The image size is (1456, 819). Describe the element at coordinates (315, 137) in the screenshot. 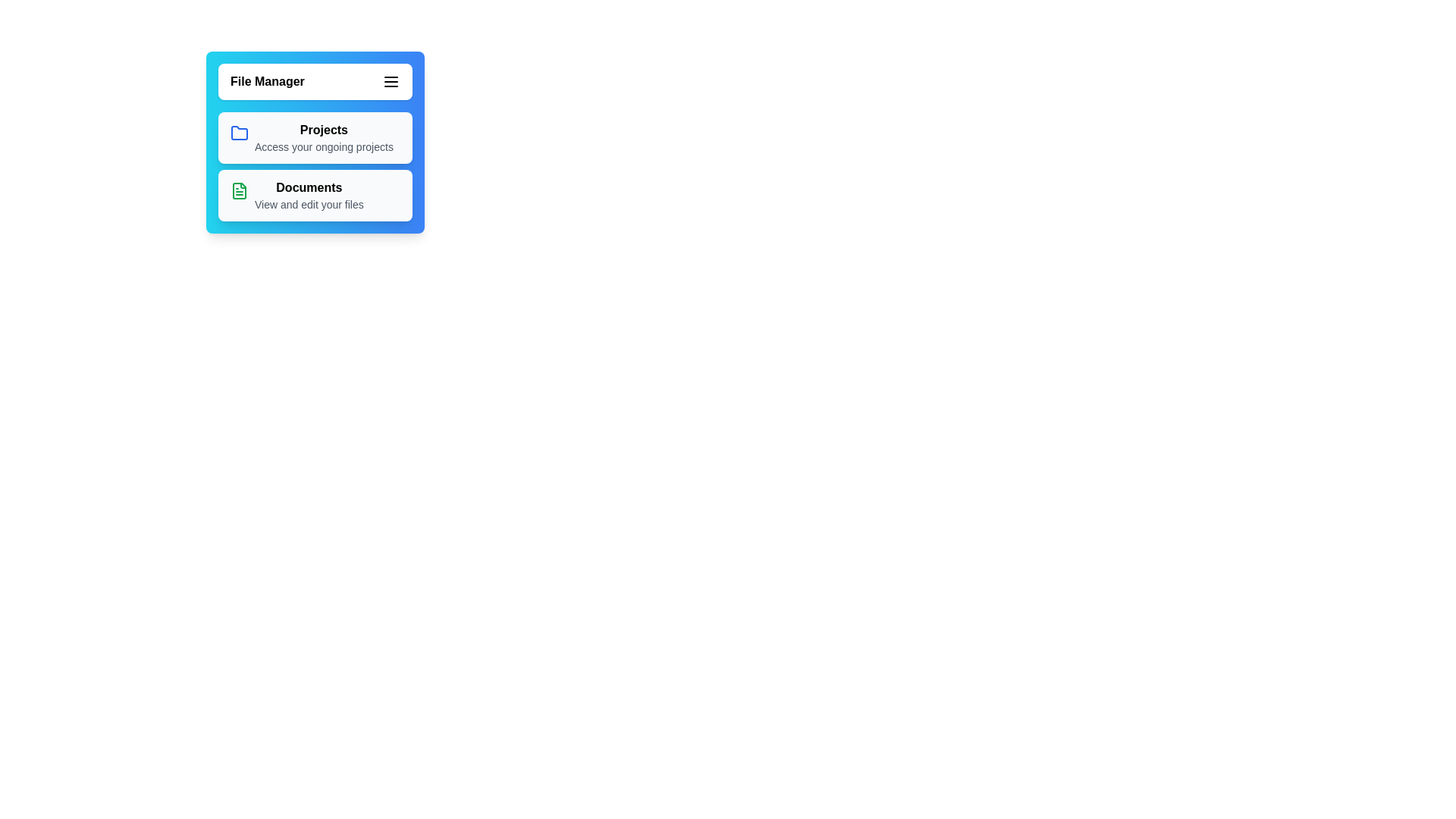

I see `the 'Projects' menu item to access its functionality` at that location.